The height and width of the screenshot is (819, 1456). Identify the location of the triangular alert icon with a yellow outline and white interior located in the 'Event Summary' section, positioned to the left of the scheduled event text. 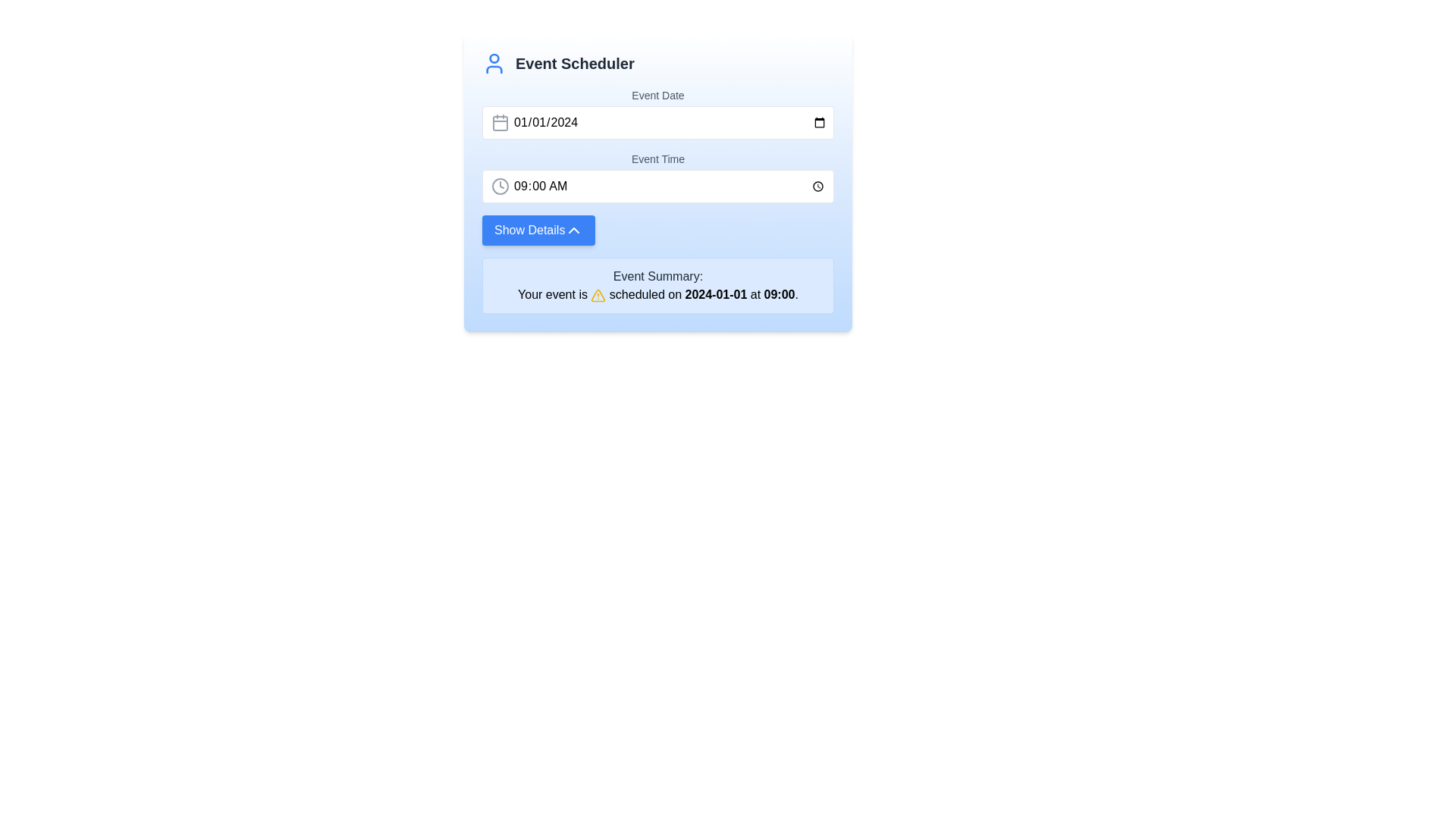
(598, 295).